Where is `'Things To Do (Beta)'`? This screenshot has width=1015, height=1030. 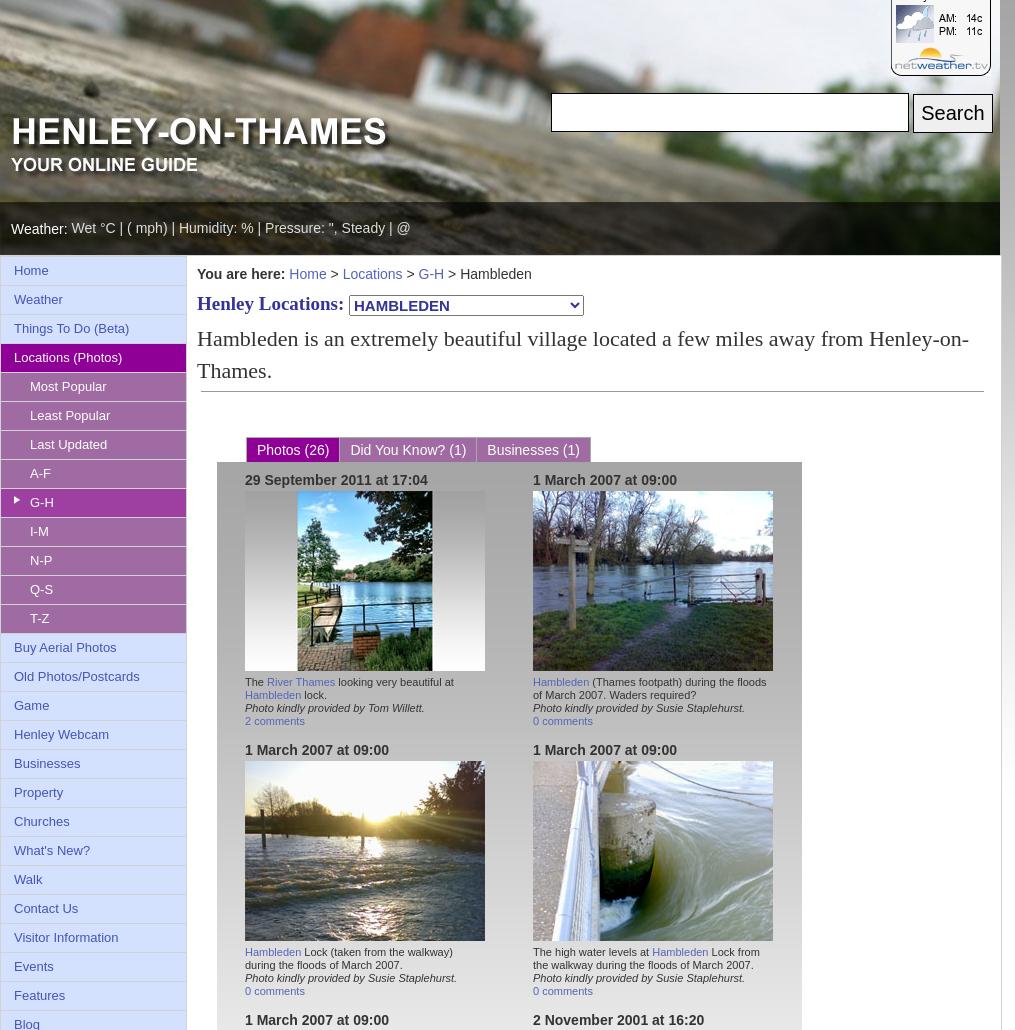
'Things To Do (Beta)' is located at coordinates (13, 327).